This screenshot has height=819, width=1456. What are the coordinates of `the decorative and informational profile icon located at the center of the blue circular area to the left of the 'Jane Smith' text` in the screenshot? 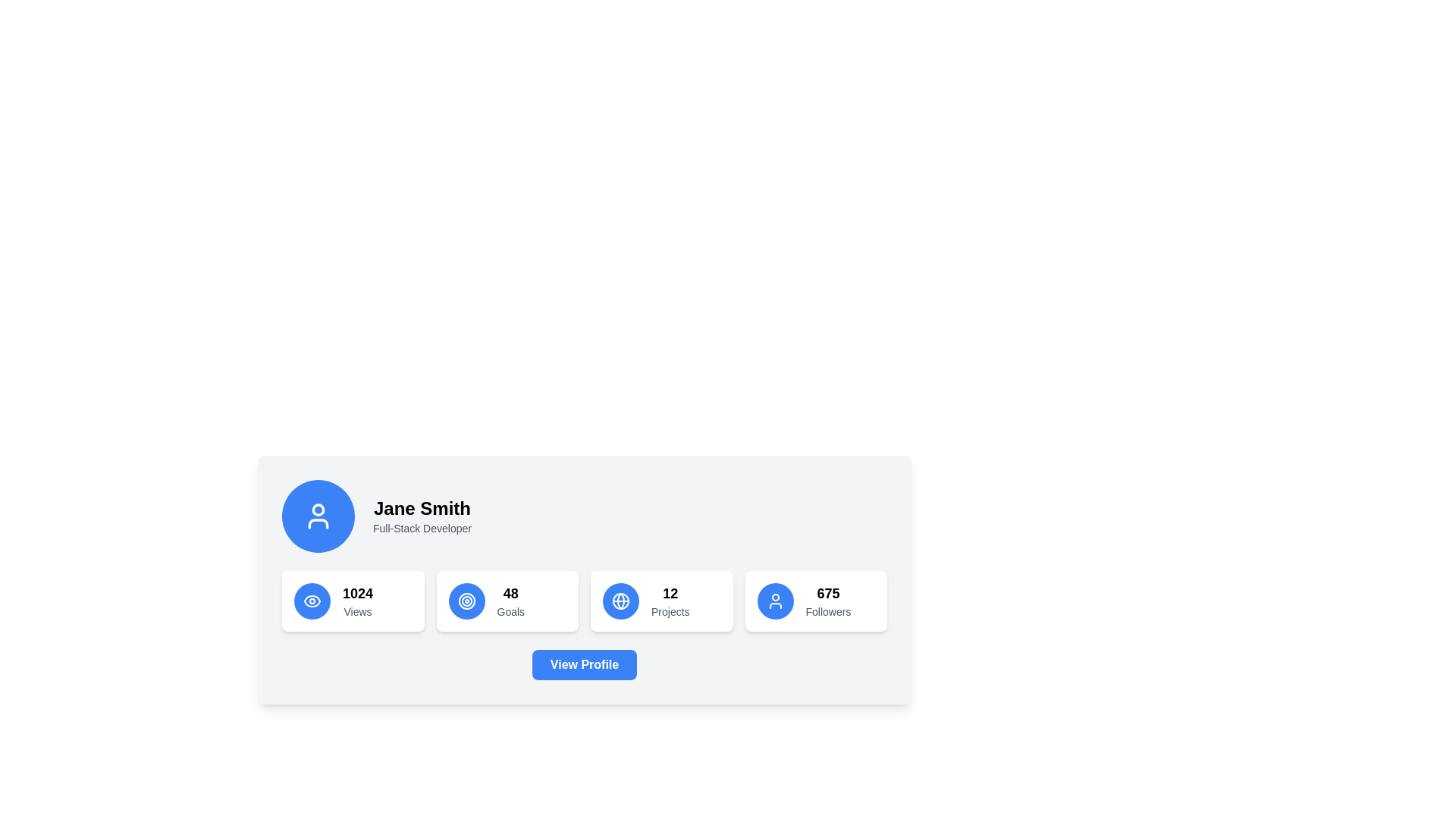 It's located at (318, 516).